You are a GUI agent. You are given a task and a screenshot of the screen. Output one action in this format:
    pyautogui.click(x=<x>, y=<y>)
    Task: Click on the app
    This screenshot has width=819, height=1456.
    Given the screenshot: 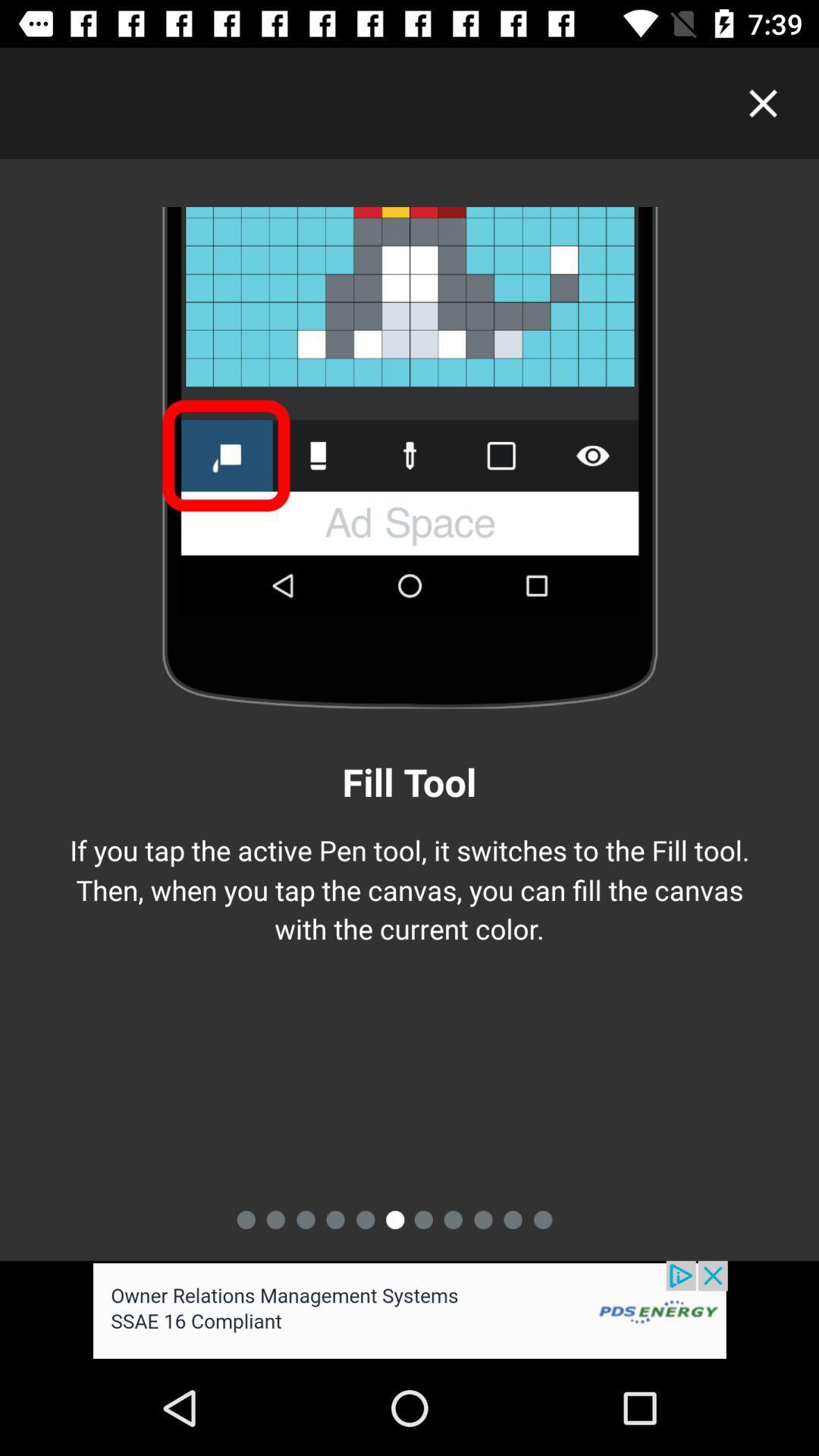 What is the action you would take?
    pyautogui.click(x=763, y=102)
    